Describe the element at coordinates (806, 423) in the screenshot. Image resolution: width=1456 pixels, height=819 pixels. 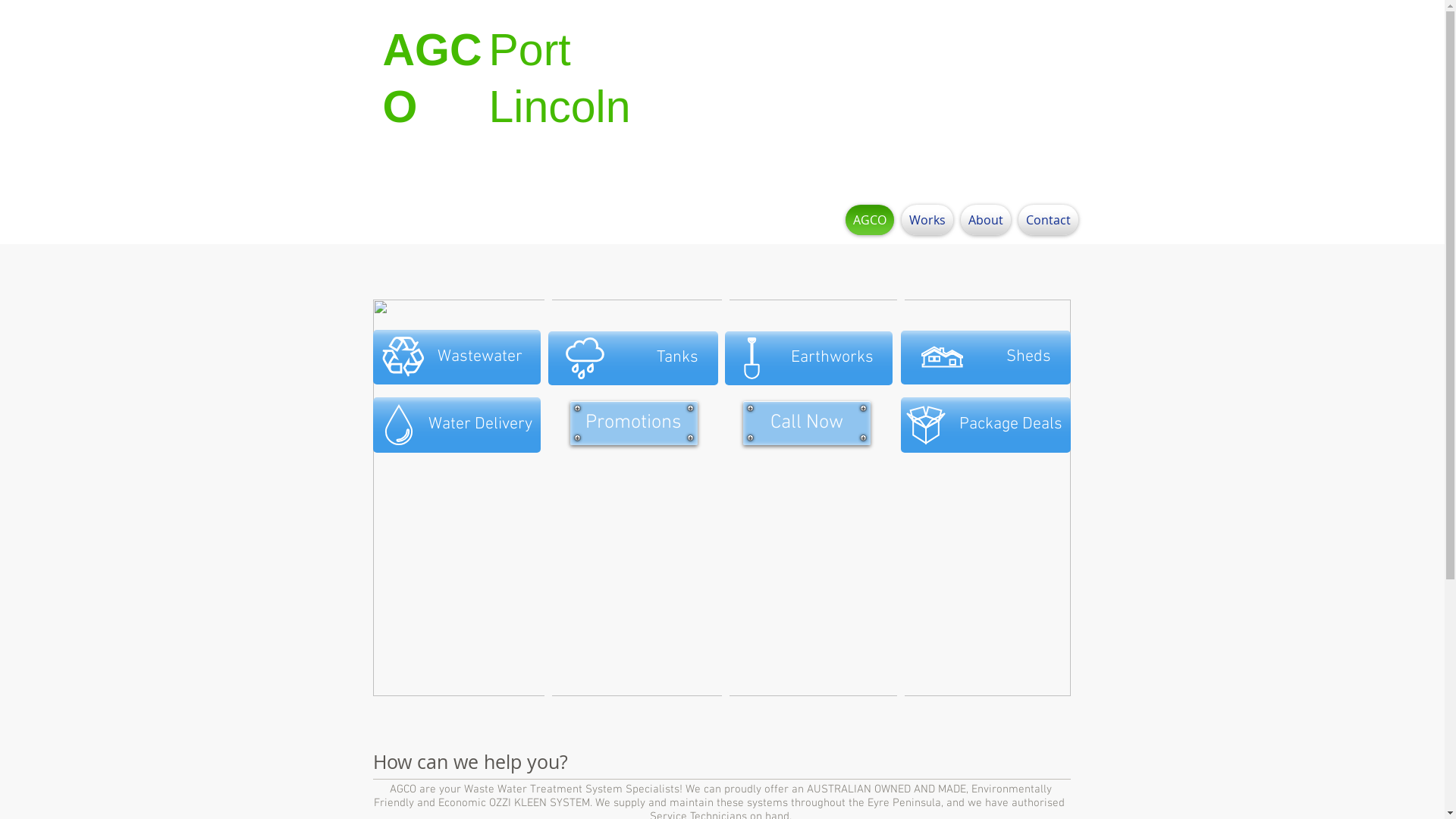
I see `'Call Now'` at that location.